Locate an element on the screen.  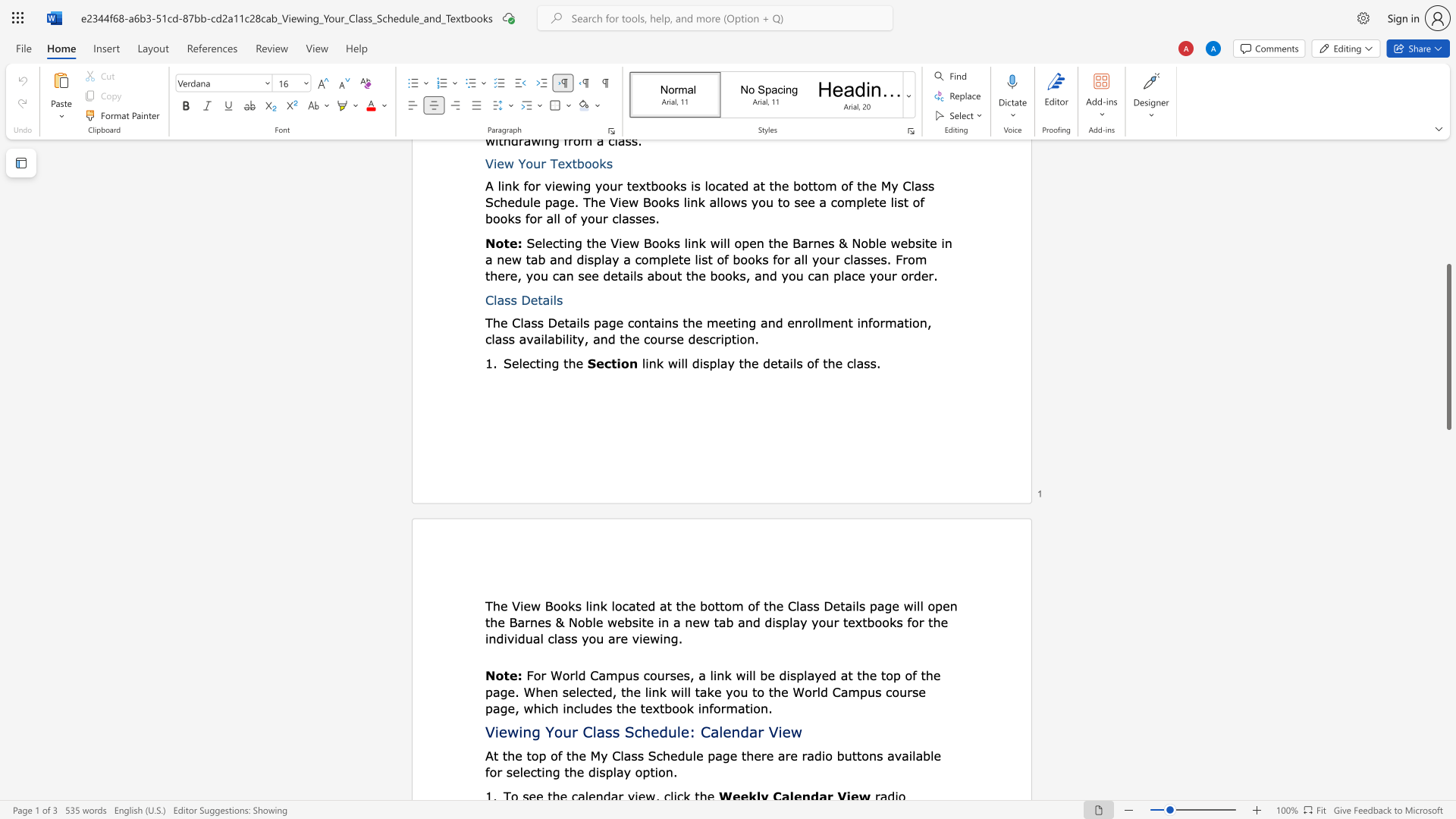
the scrollbar on the right to shift the page higher is located at coordinates (1448, 180).